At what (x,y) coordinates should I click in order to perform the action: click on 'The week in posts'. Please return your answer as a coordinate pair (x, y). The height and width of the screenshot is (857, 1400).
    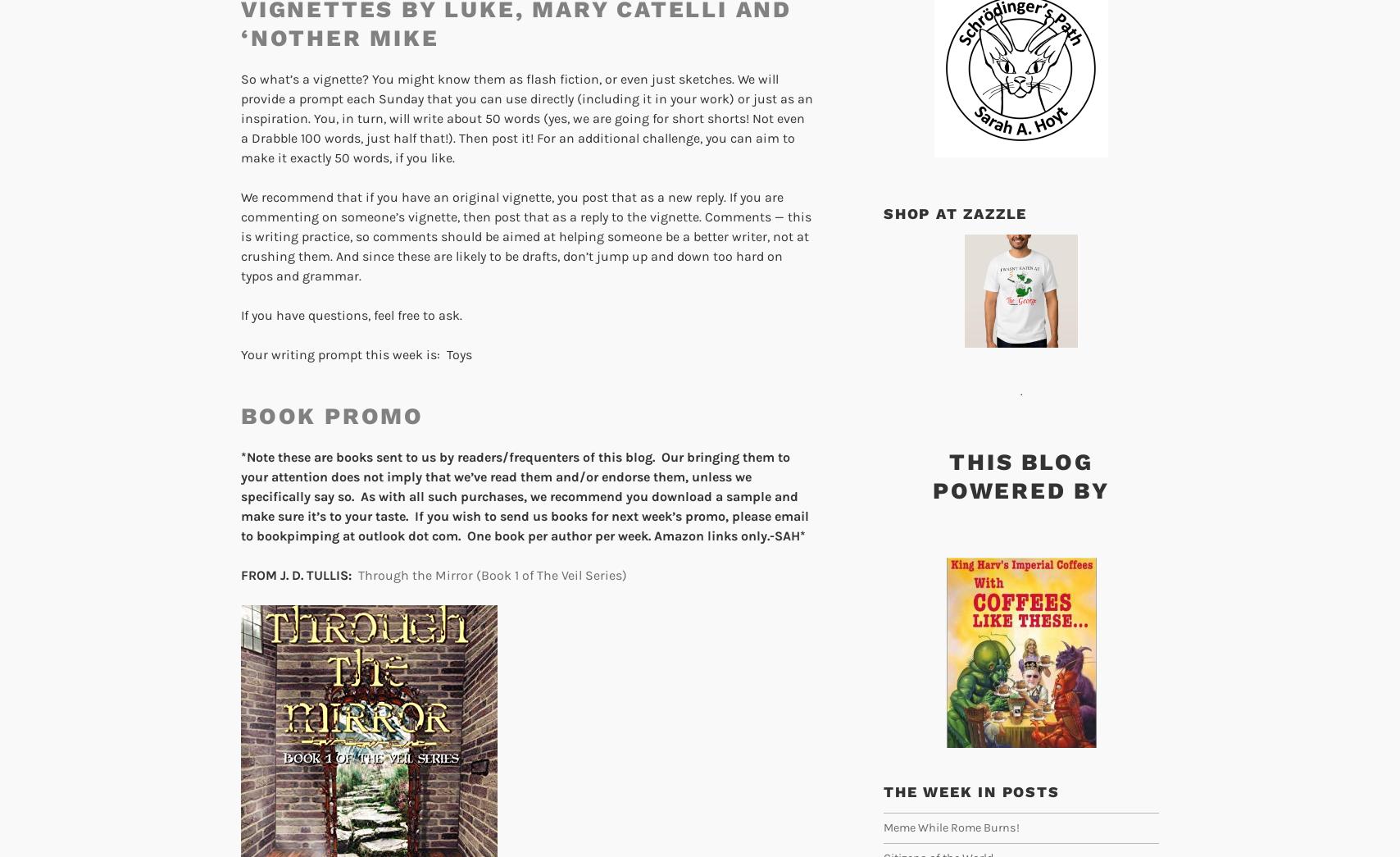
    Looking at the image, I should click on (971, 790).